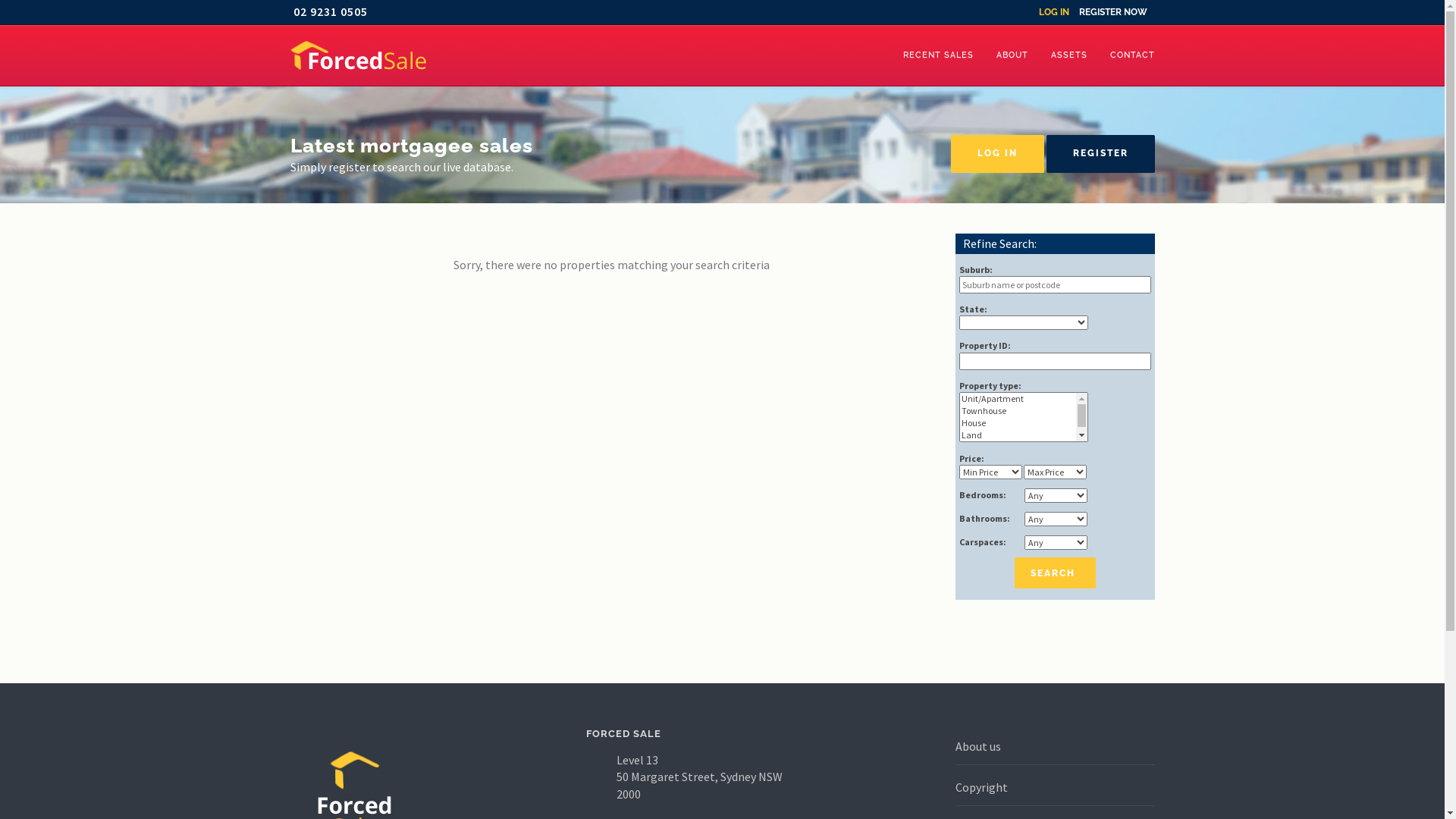 The image size is (1456, 819). Describe the element at coordinates (1131, 55) in the screenshot. I see `'CONTACT'` at that location.